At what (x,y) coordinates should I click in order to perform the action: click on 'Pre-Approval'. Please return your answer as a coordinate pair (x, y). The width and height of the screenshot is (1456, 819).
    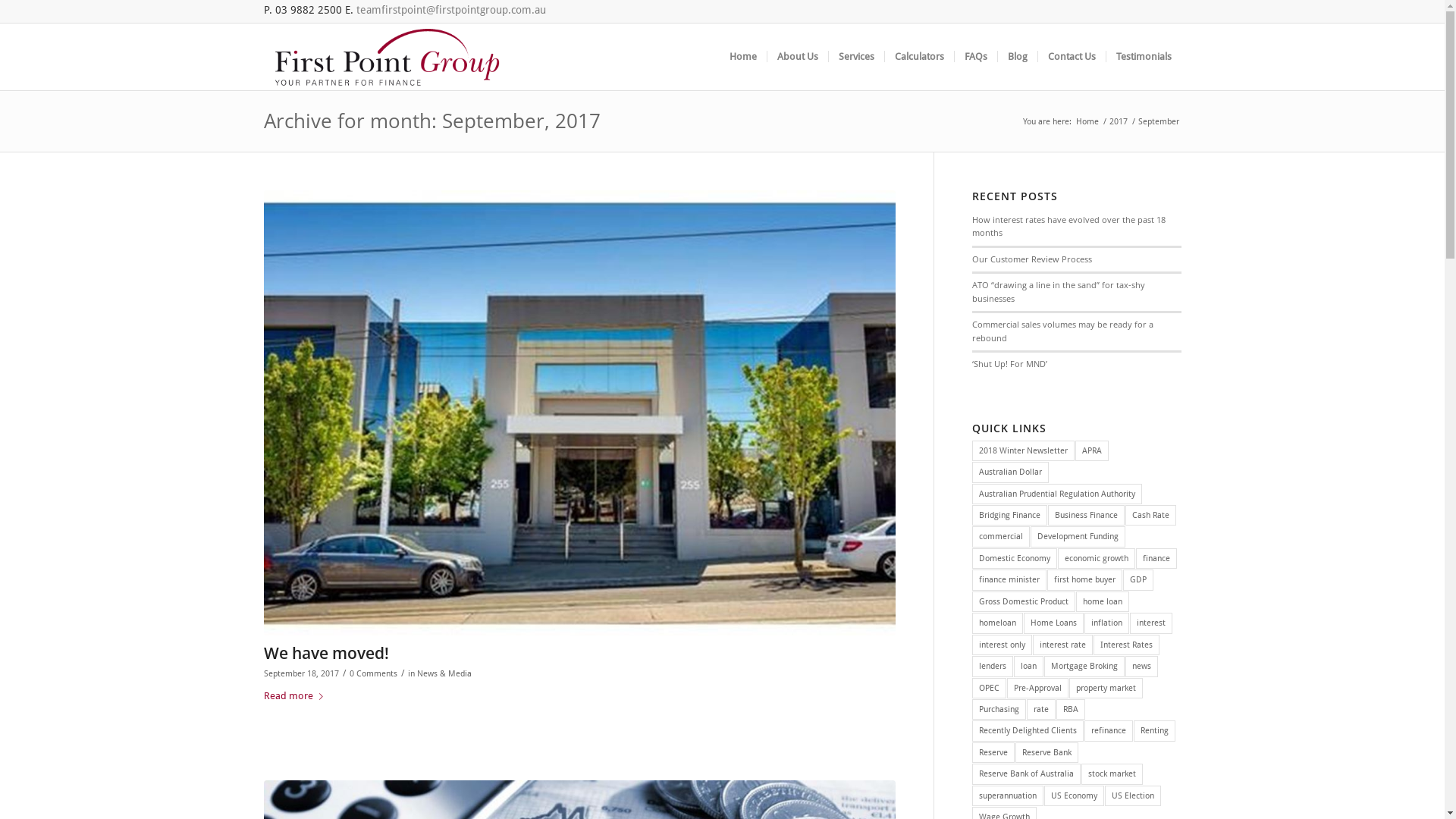
    Looking at the image, I should click on (1037, 688).